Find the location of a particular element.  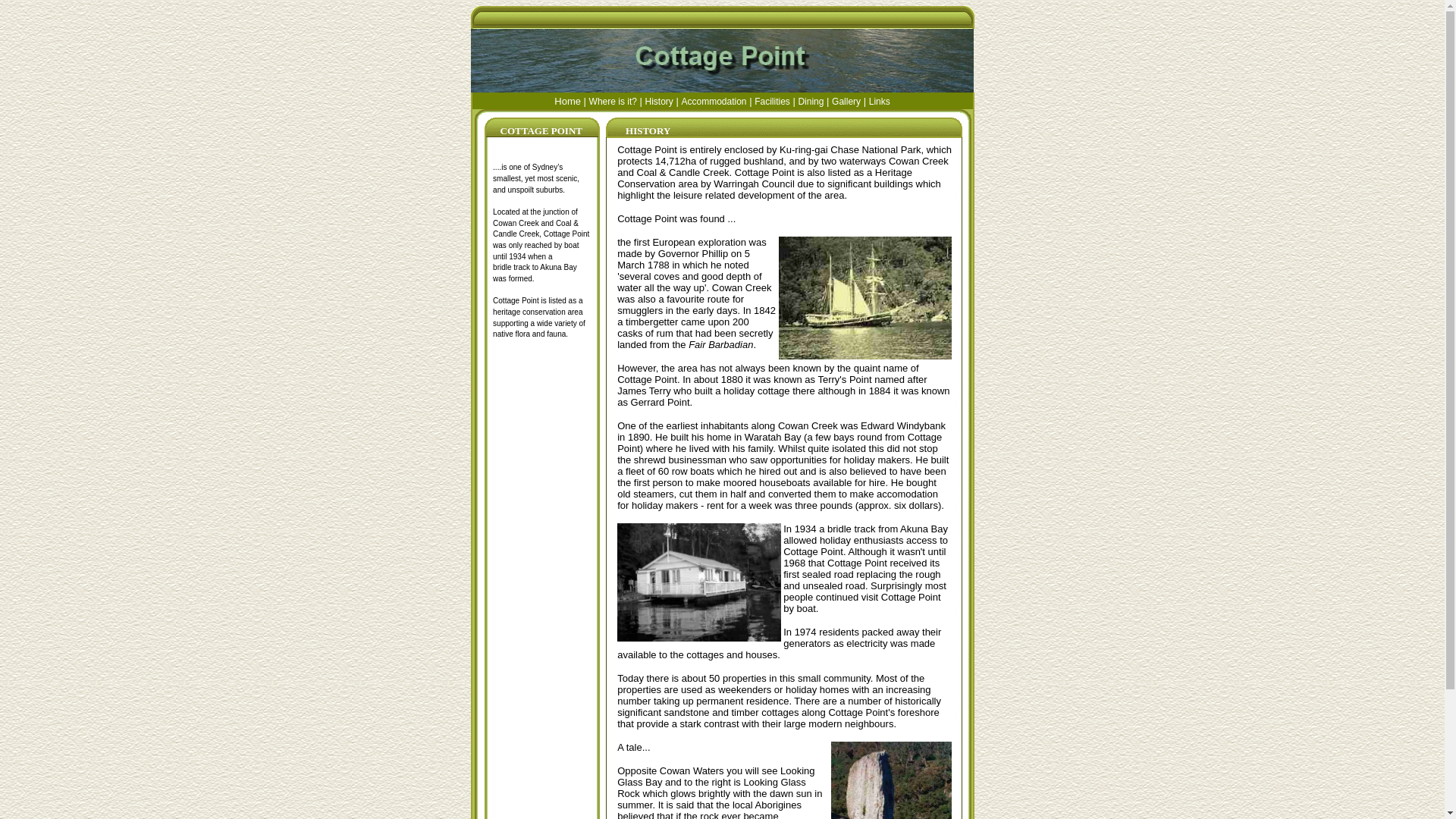

'Home |' is located at coordinates (570, 100).